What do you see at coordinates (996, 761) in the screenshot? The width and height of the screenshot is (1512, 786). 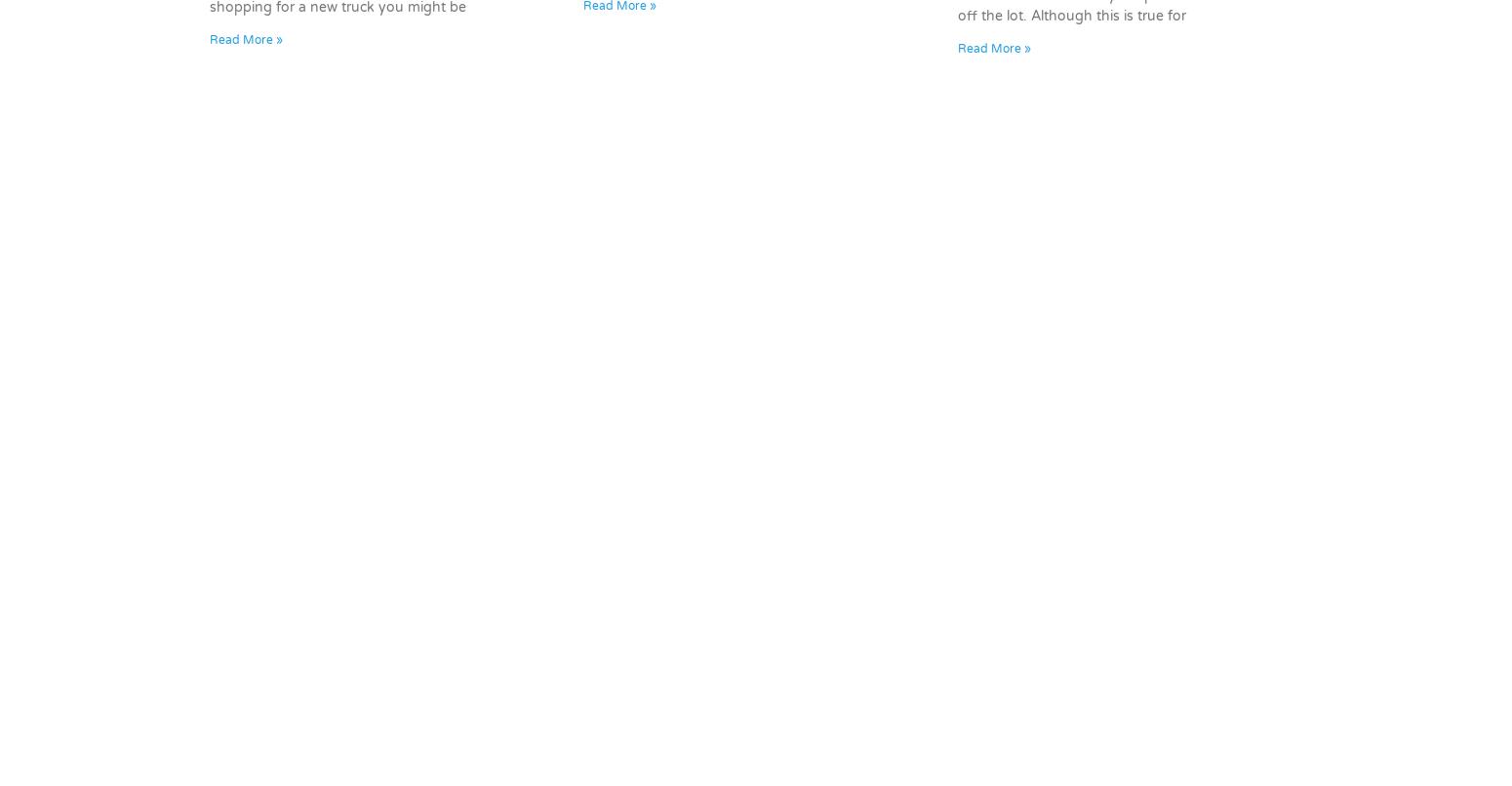 I see `'JAZELauto.com'` at bounding box center [996, 761].